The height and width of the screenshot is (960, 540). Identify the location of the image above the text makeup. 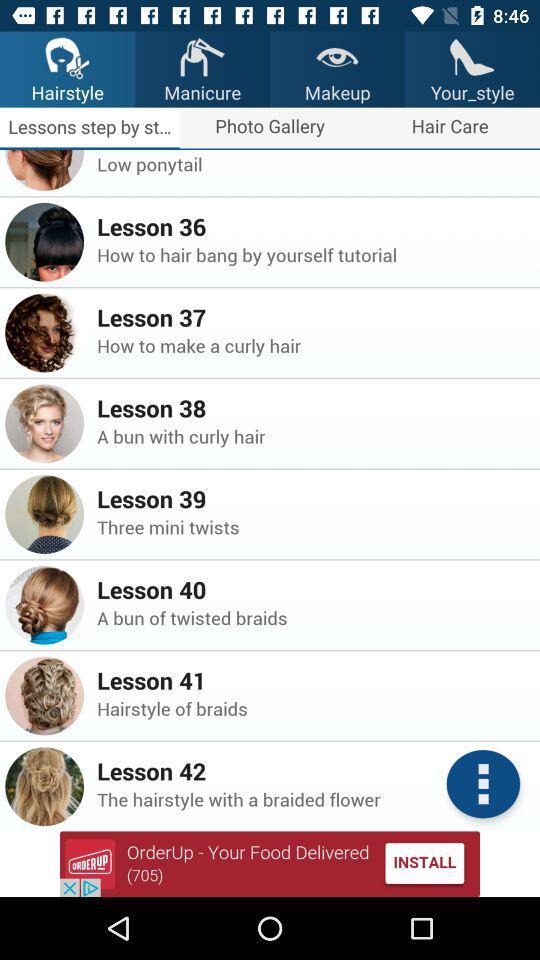
(337, 56).